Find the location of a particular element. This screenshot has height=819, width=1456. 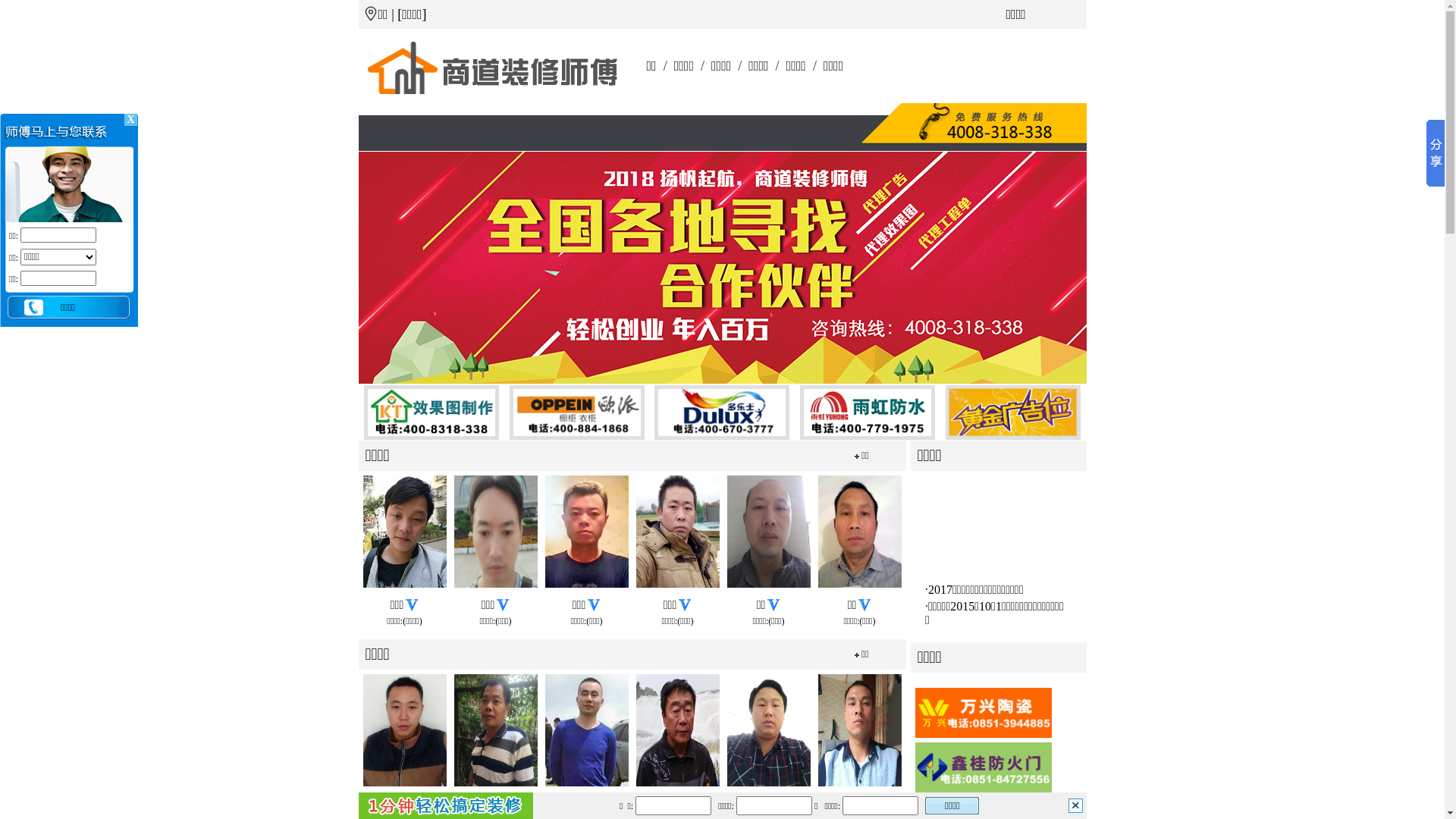

' X ' is located at coordinates (130, 119).